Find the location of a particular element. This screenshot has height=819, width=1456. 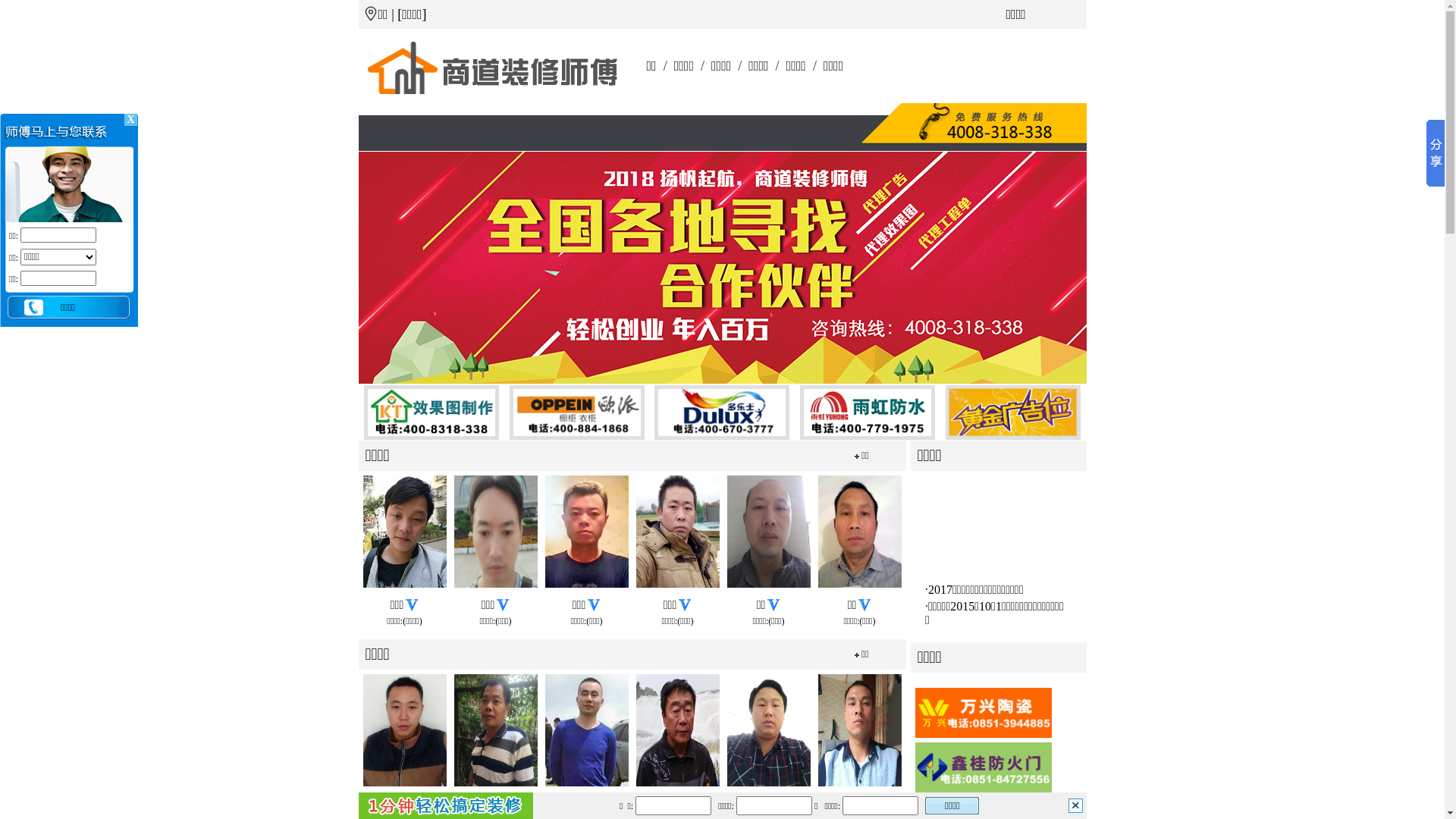

' X ' is located at coordinates (130, 119).